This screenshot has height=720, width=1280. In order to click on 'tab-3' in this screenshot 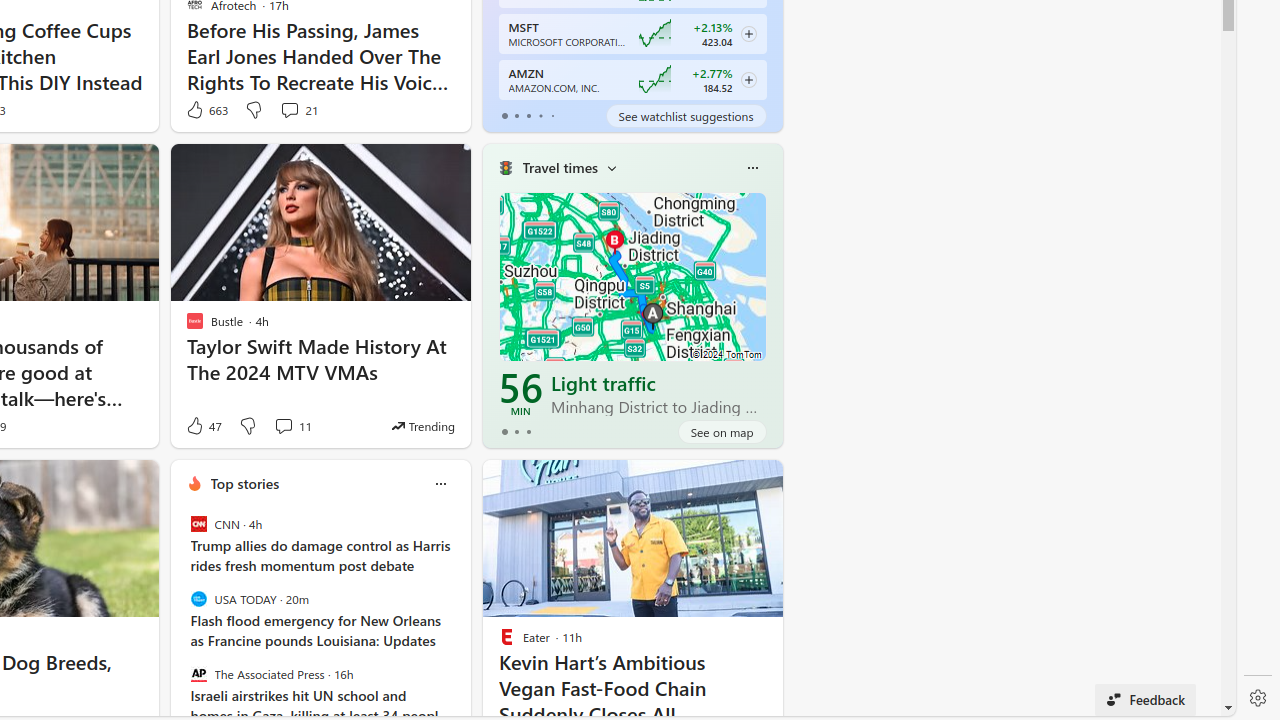, I will do `click(540, 115)`.